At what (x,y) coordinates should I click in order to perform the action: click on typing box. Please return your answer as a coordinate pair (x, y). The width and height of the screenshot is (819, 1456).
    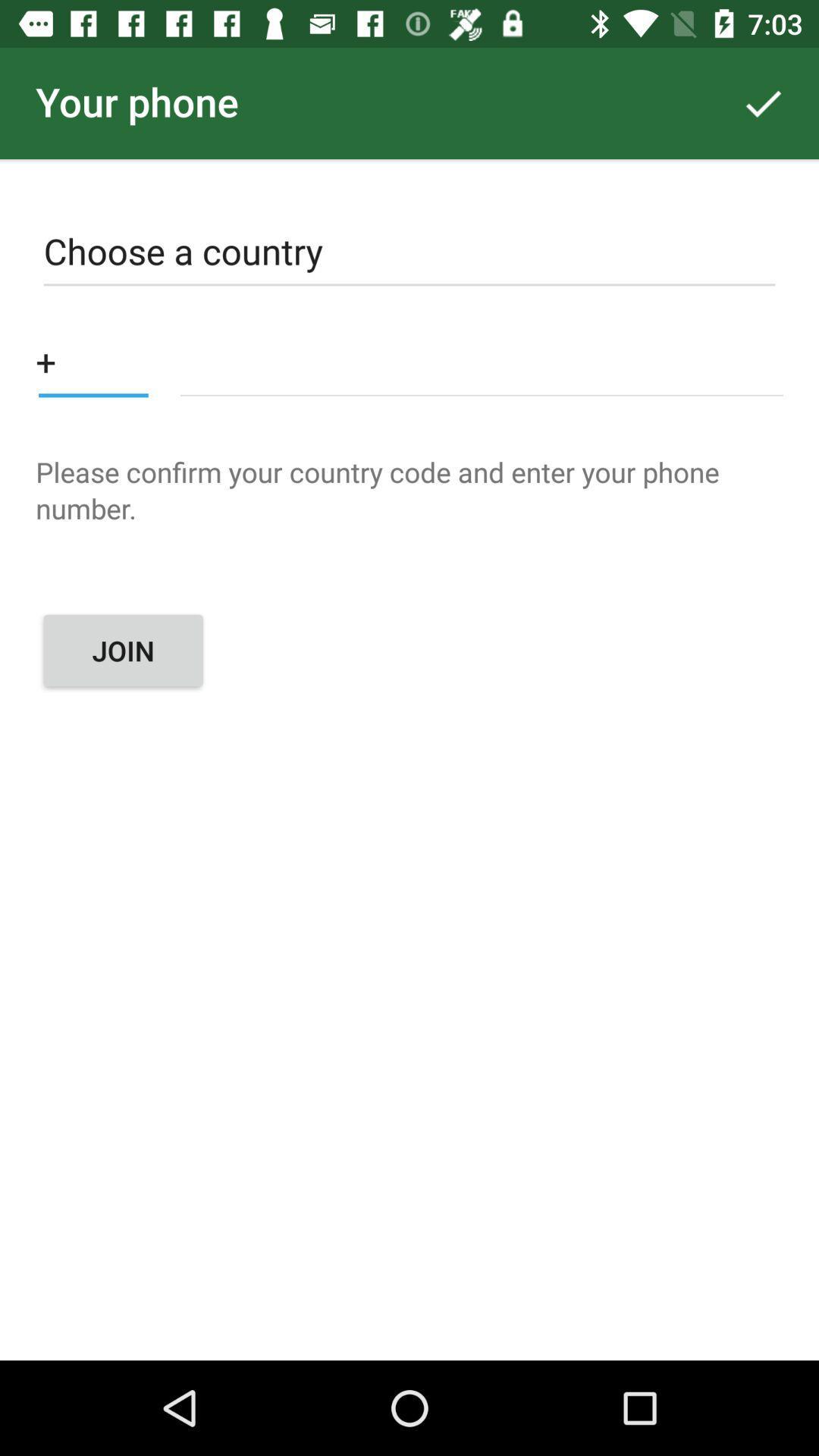
    Looking at the image, I should click on (482, 360).